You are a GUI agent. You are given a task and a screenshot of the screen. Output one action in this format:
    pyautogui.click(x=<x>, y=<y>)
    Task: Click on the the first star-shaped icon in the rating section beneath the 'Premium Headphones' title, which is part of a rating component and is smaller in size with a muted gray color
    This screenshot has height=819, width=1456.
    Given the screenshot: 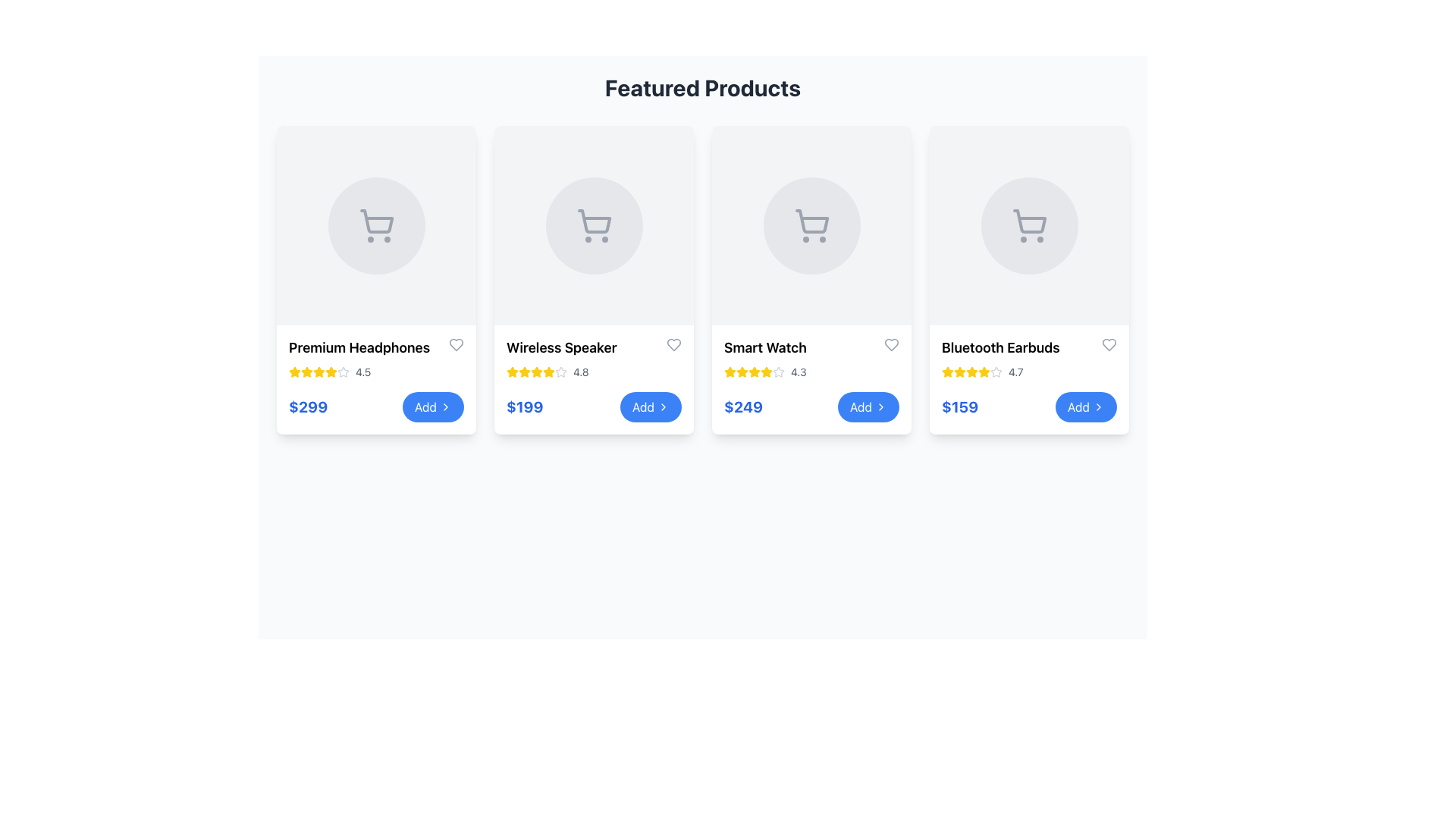 What is the action you would take?
    pyautogui.click(x=342, y=372)
    